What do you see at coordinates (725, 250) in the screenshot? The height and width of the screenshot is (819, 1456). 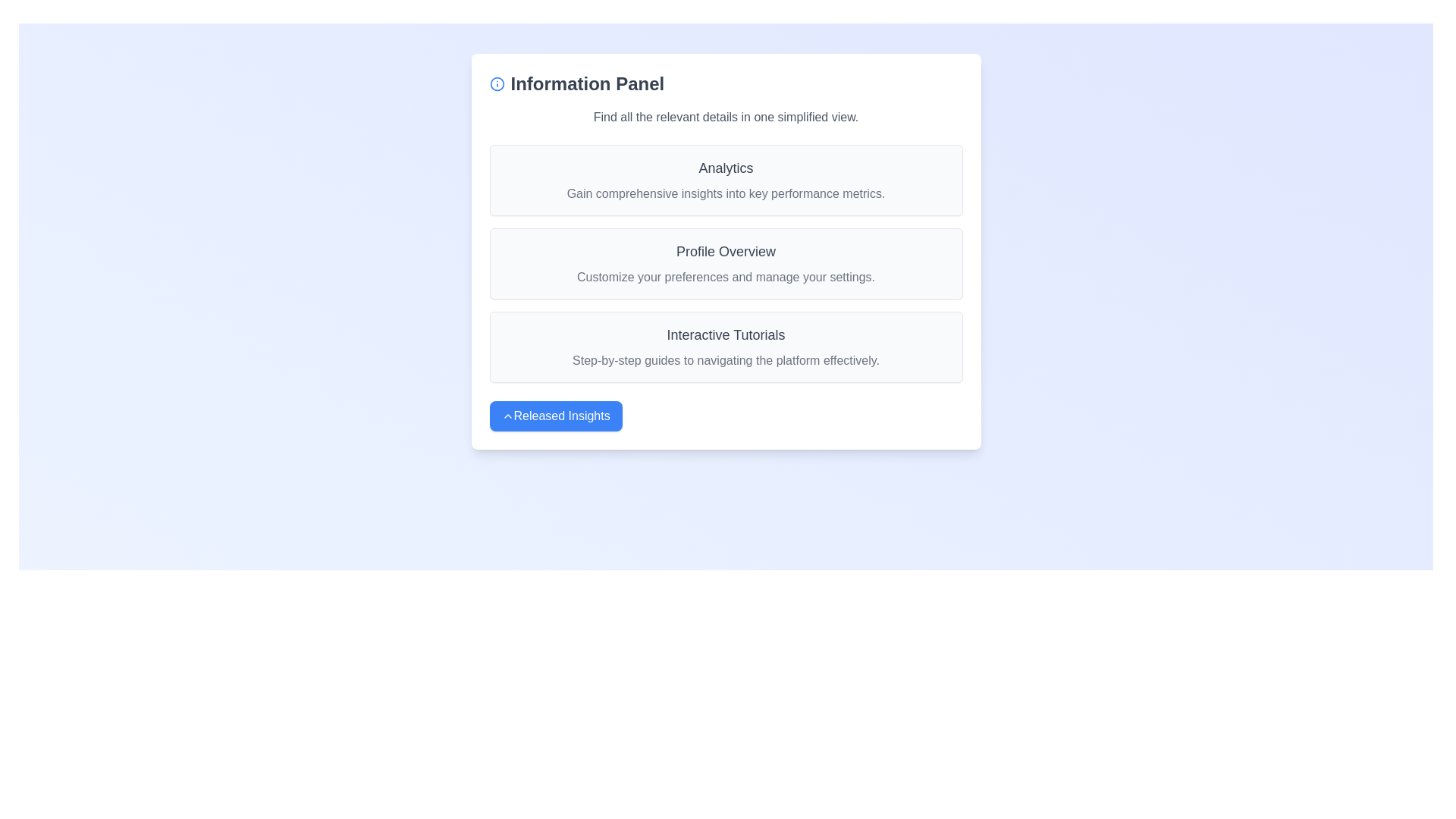 I see `the 'Profile Overview' text label for accessibility` at bounding box center [725, 250].